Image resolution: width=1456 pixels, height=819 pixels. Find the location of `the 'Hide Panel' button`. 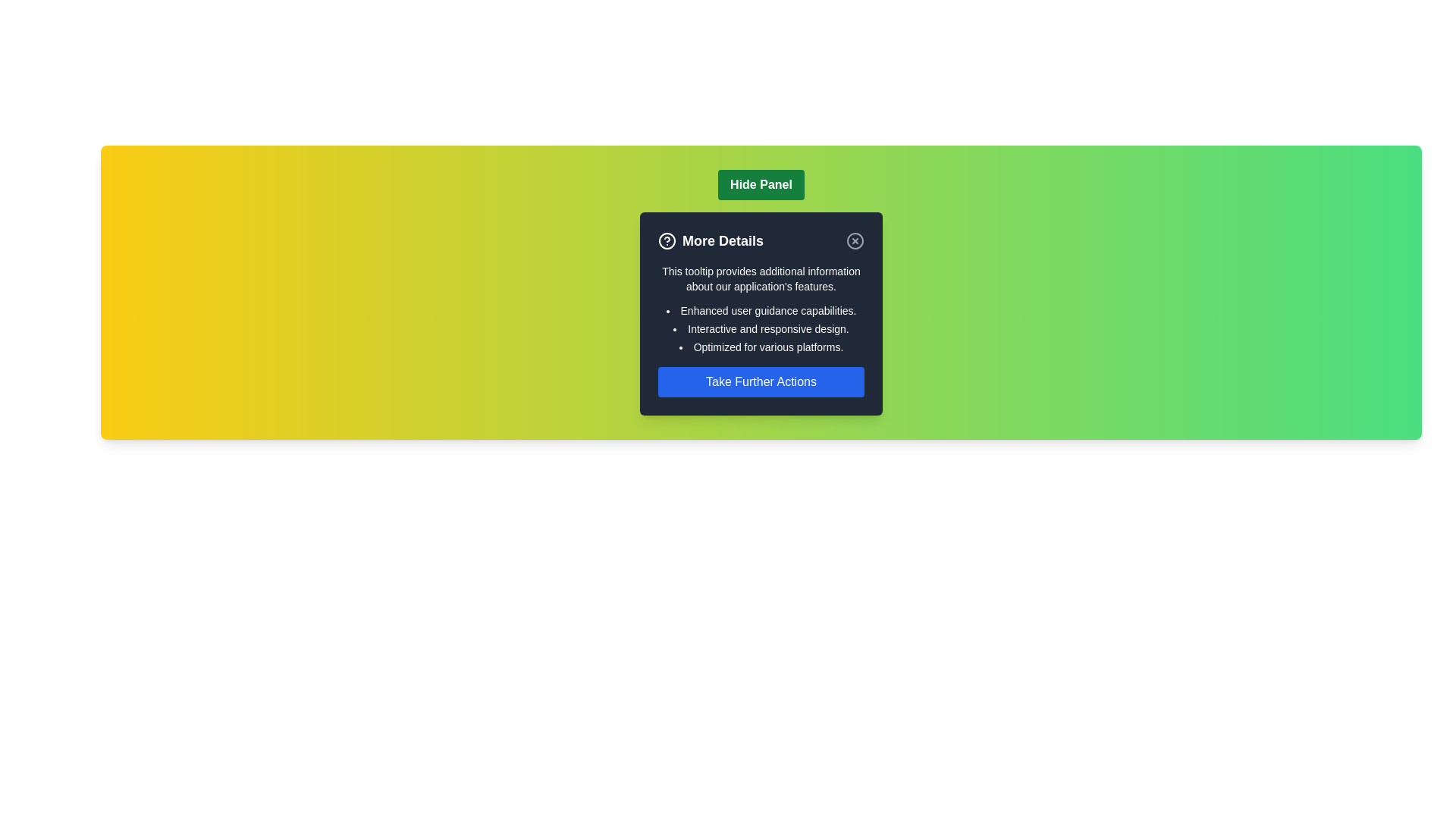

the 'Hide Panel' button is located at coordinates (761, 184).